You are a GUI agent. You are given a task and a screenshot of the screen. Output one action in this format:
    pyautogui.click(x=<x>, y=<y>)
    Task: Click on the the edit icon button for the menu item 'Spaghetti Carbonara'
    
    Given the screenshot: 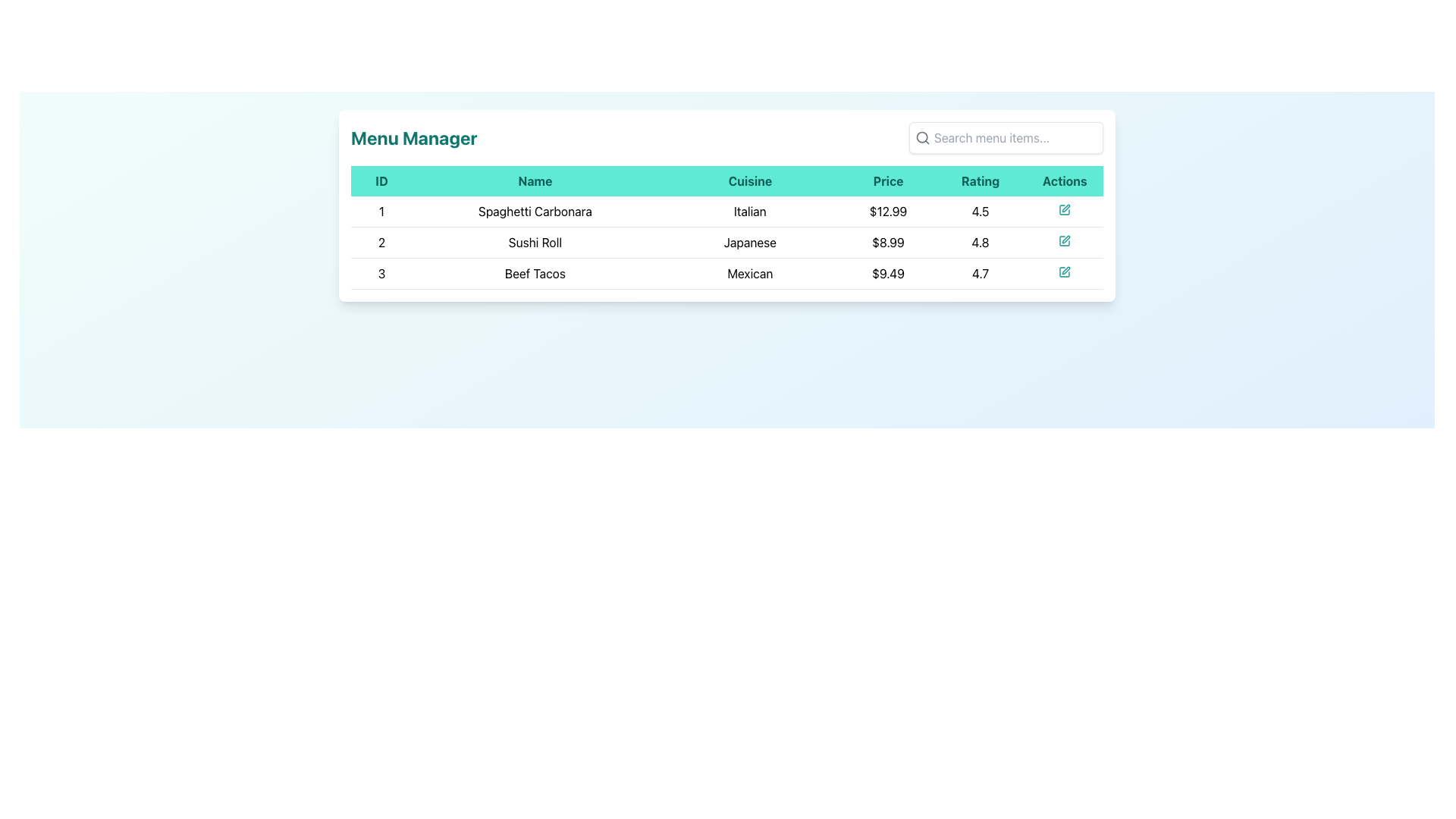 What is the action you would take?
    pyautogui.click(x=1064, y=212)
    